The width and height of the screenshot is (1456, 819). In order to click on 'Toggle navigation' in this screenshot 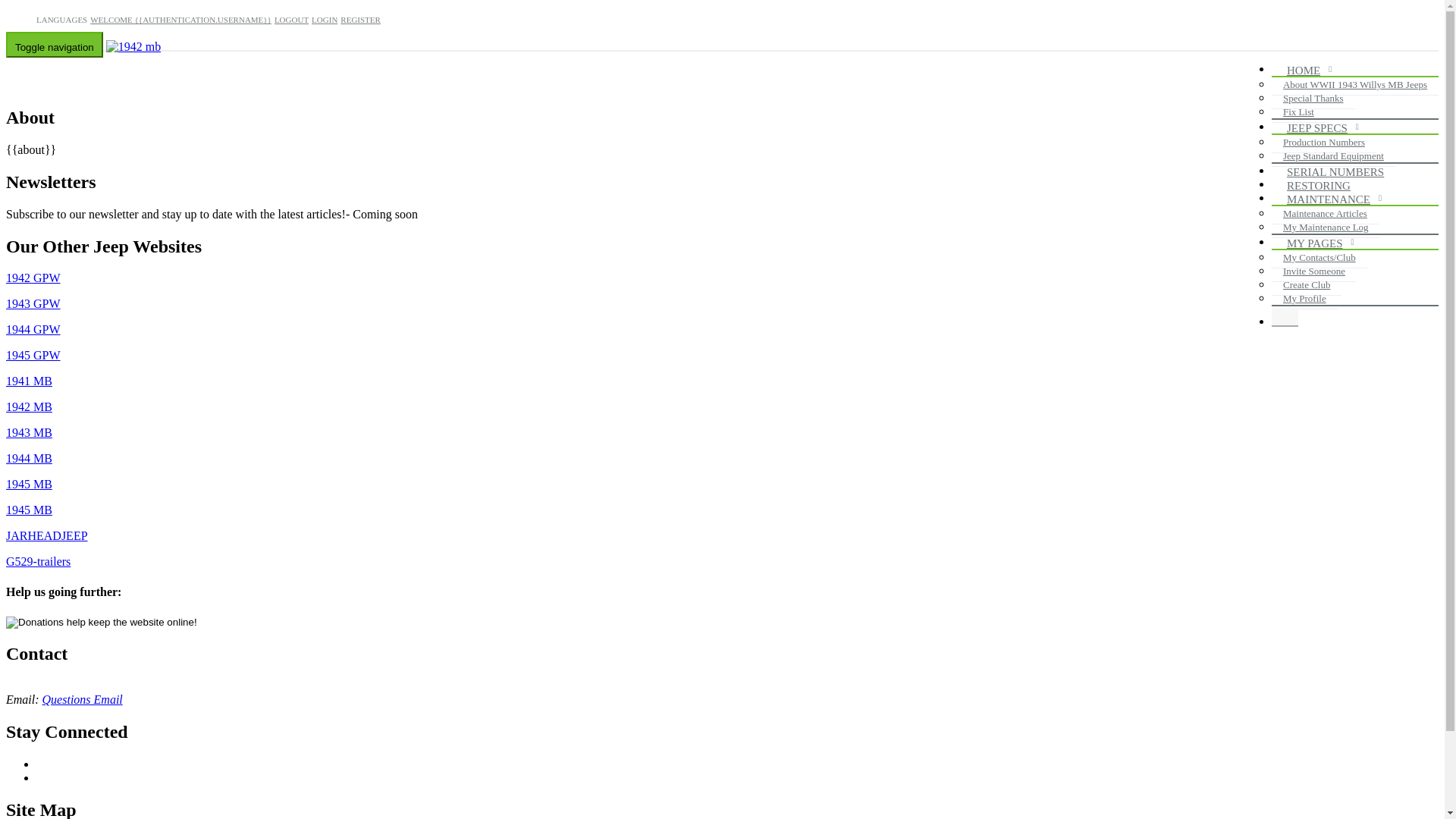, I will do `click(55, 43)`.